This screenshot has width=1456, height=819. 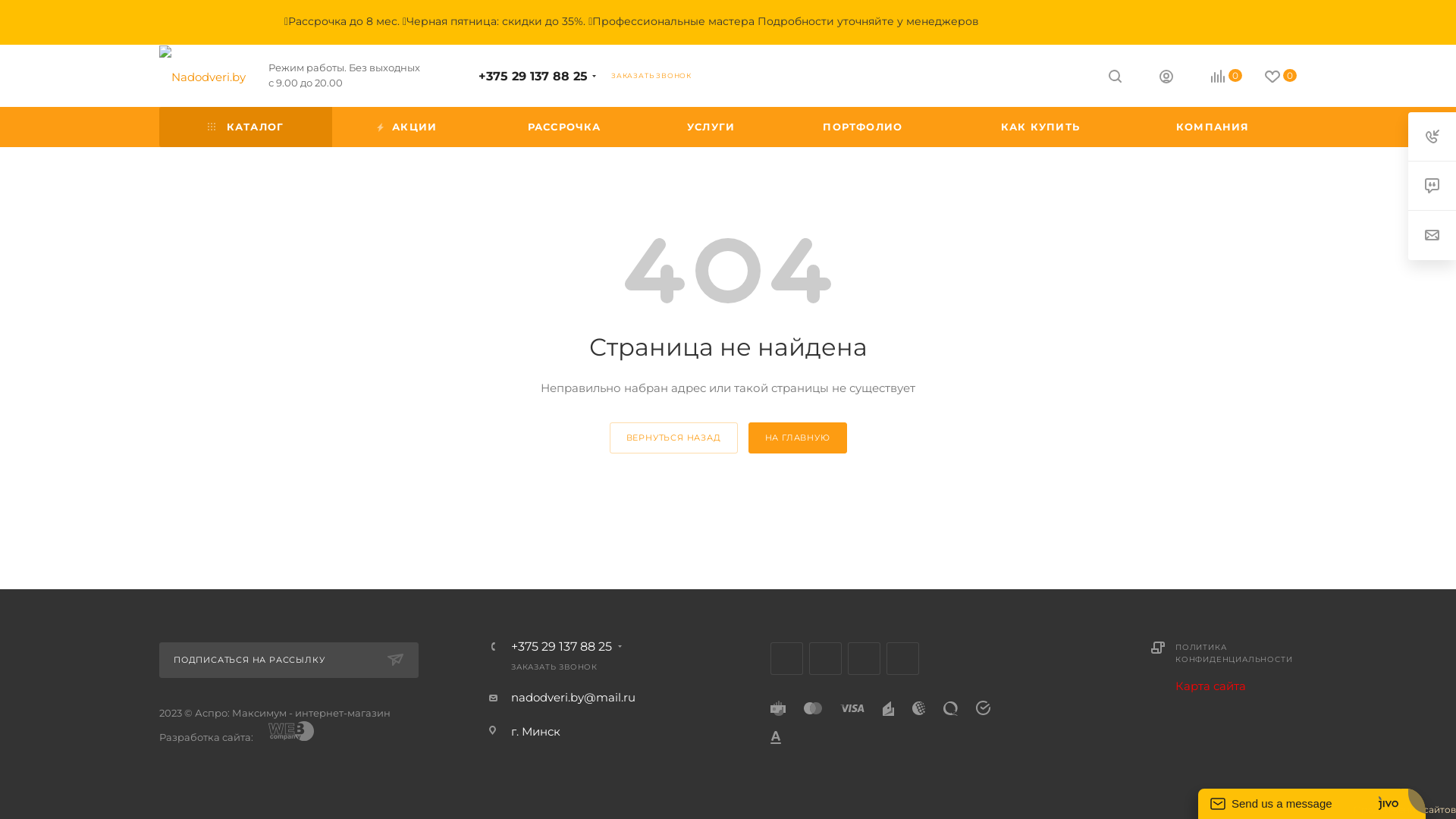 What do you see at coordinates (852, 708) in the screenshot?
I see `'Visa'` at bounding box center [852, 708].